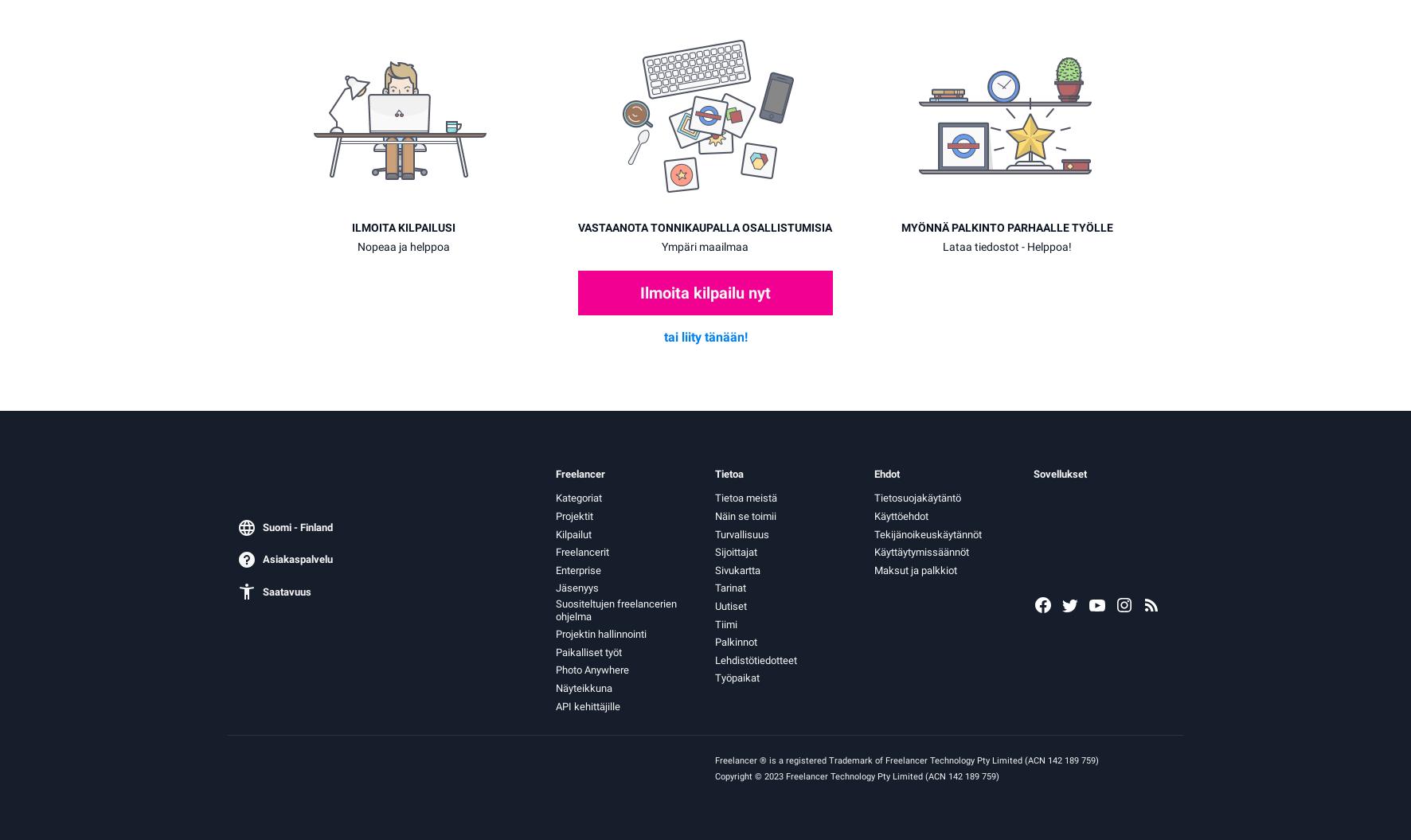  I want to click on 'Näin se toimii', so click(714, 515).